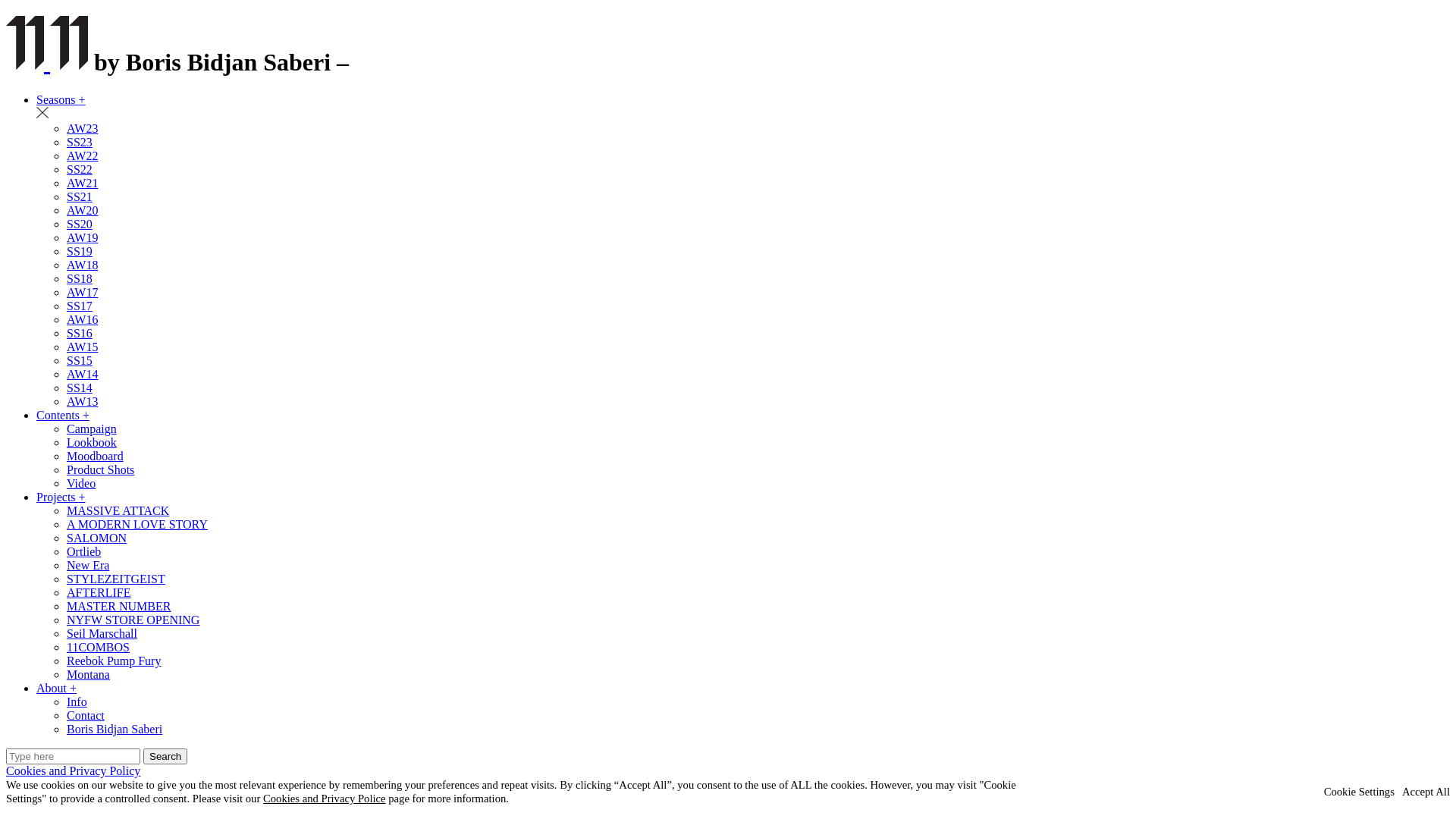 The image size is (1456, 819). Describe the element at coordinates (79, 142) in the screenshot. I see `'SS23'` at that location.